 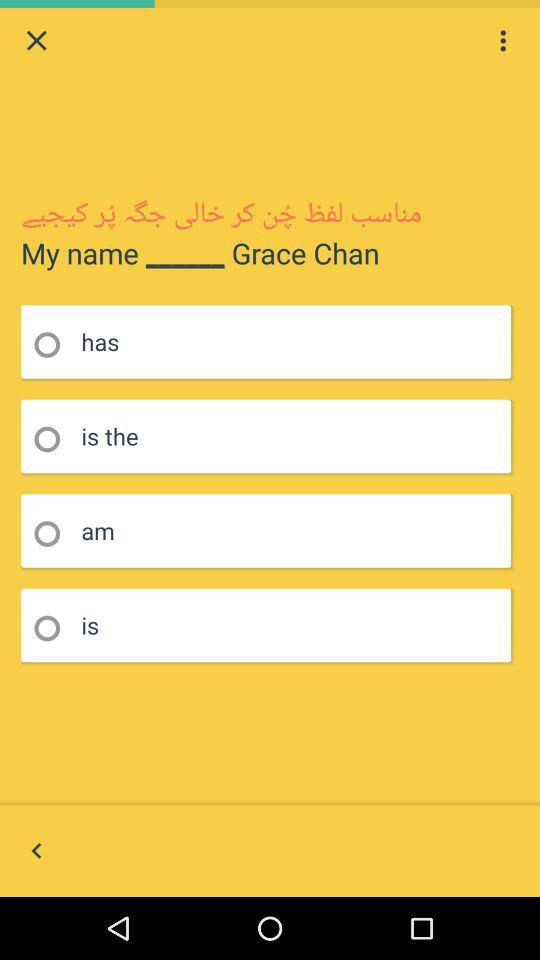 I want to click on the icon at the top right corner, so click(x=502, y=39).